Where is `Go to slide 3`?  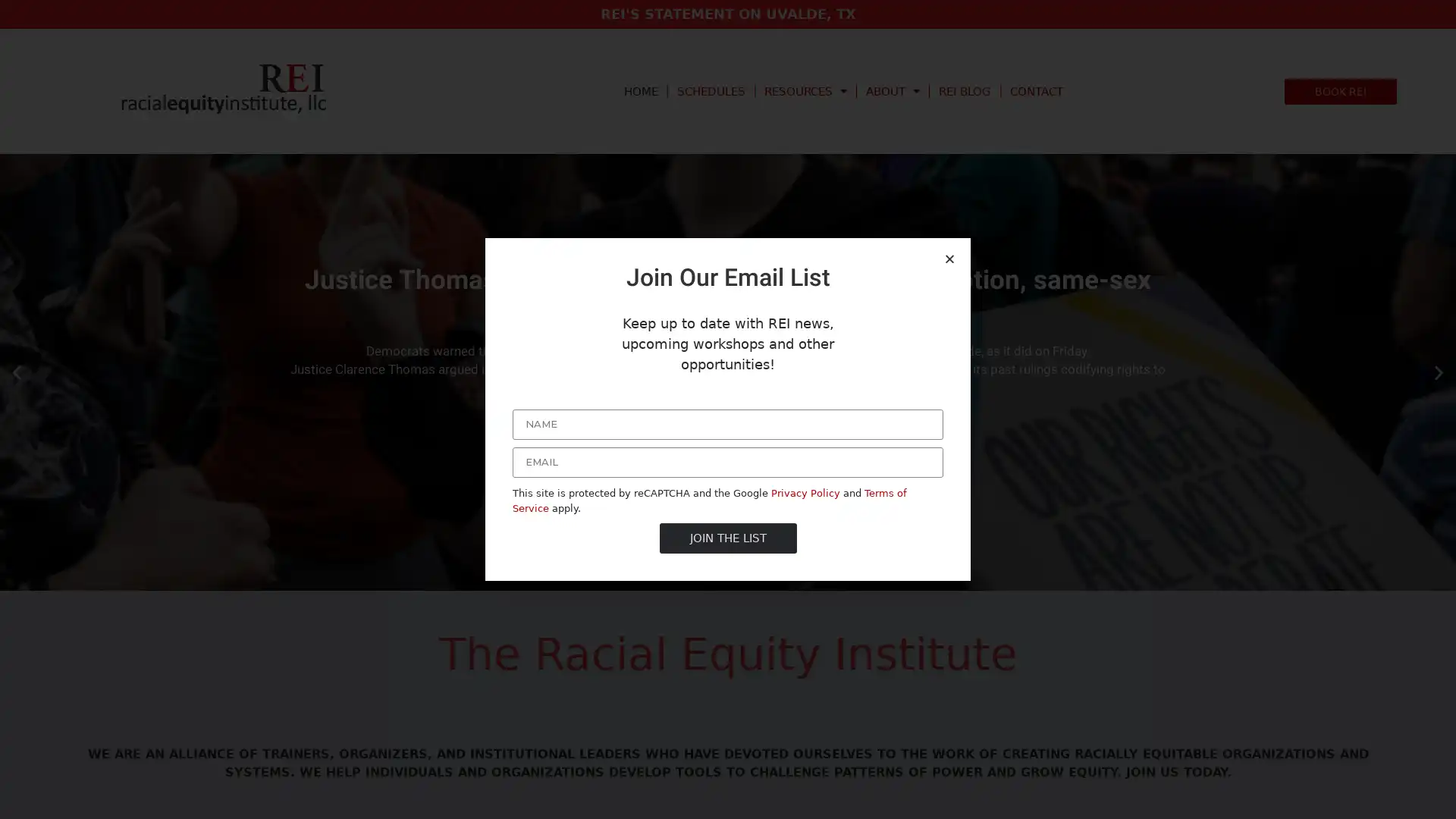
Go to slide 3 is located at coordinates (742, 579).